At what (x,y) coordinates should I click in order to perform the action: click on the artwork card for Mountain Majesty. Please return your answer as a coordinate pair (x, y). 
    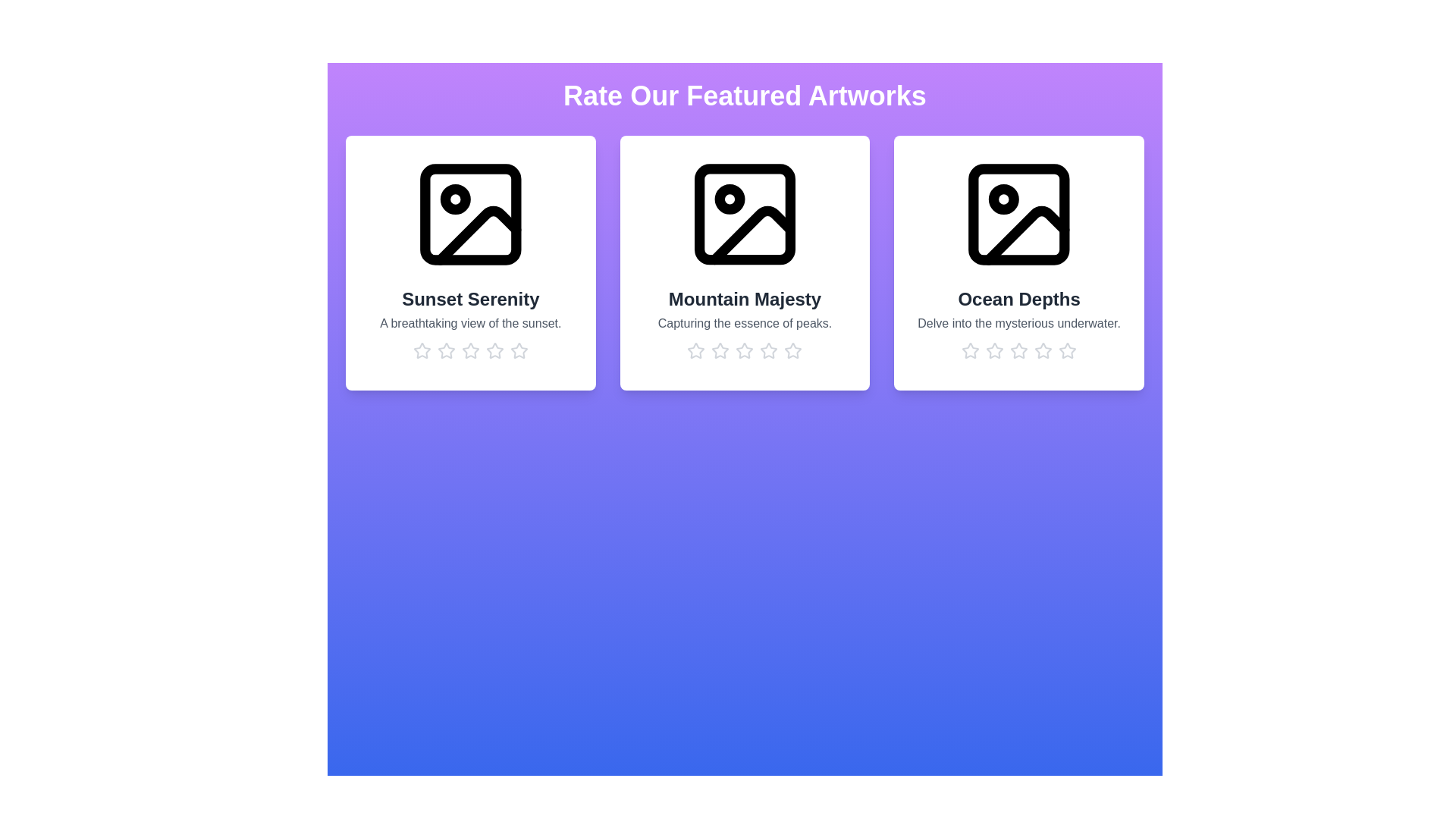
    Looking at the image, I should click on (745, 262).